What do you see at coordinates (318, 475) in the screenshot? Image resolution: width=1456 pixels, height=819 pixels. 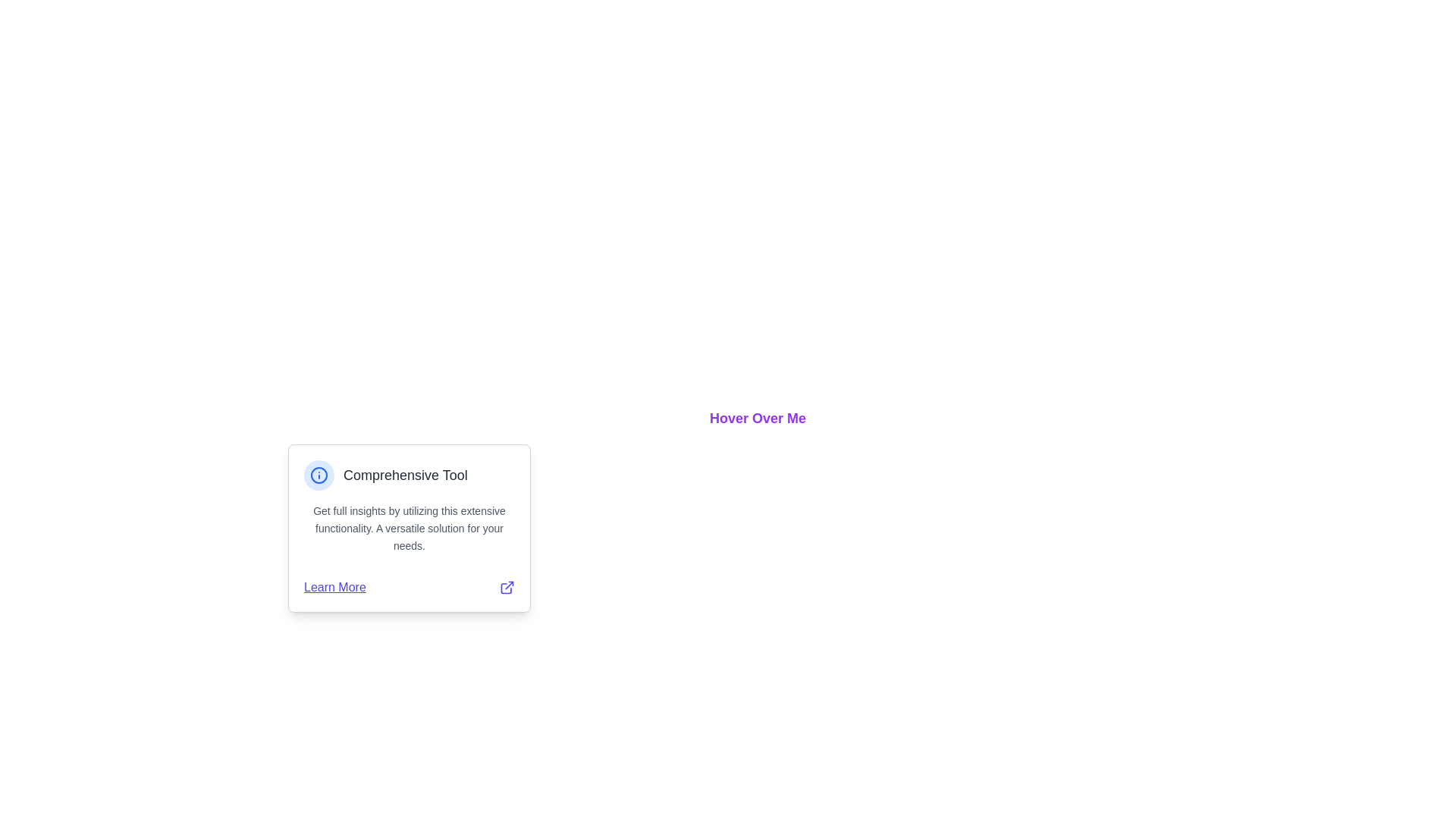 I see `the informational icon located in the upper left corner of the 'Comprehensive Tool' card, positioned directly above the title text` at bounding box center [318, 475].